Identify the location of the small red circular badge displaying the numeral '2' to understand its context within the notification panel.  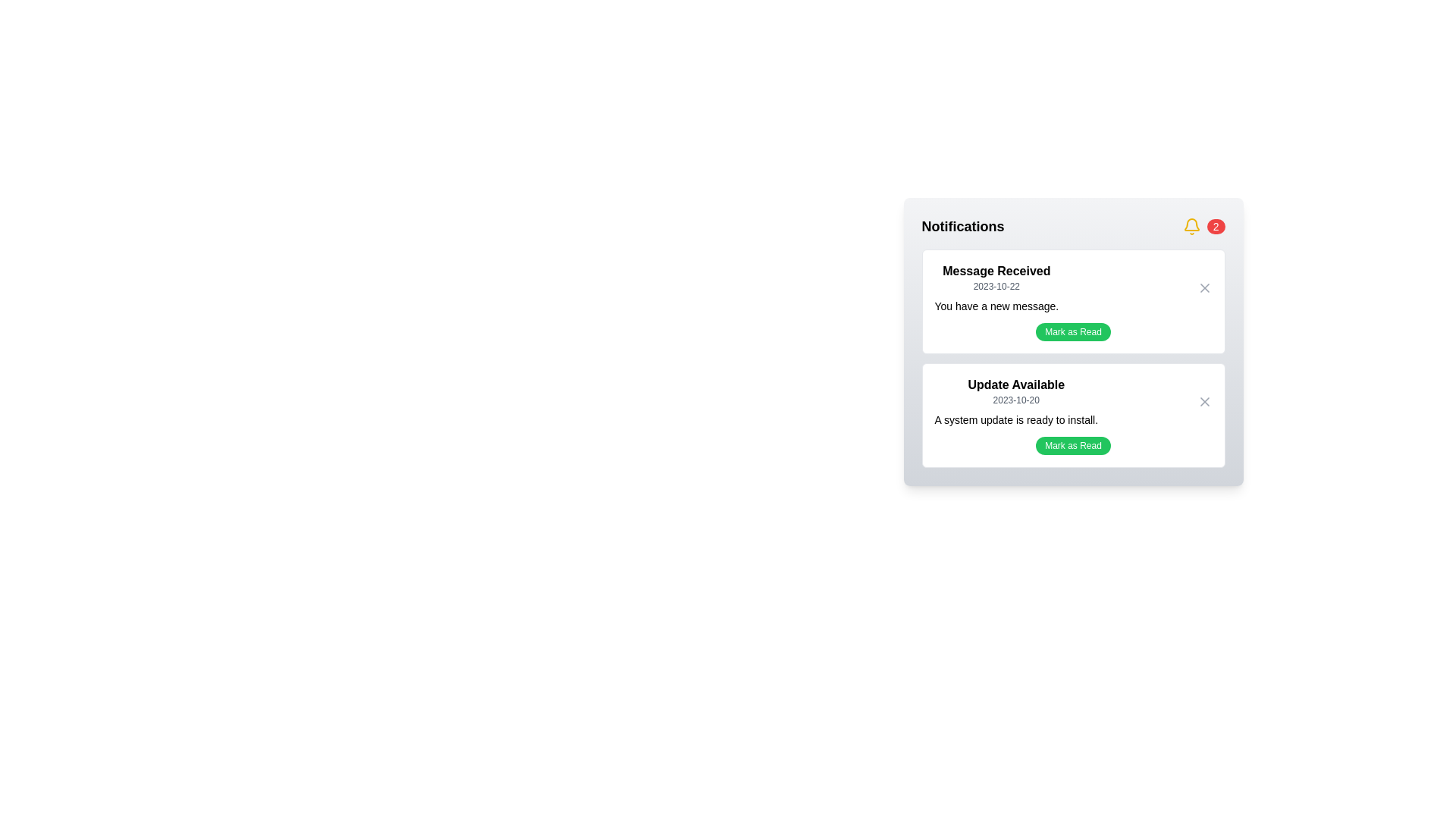
(1216, 227).